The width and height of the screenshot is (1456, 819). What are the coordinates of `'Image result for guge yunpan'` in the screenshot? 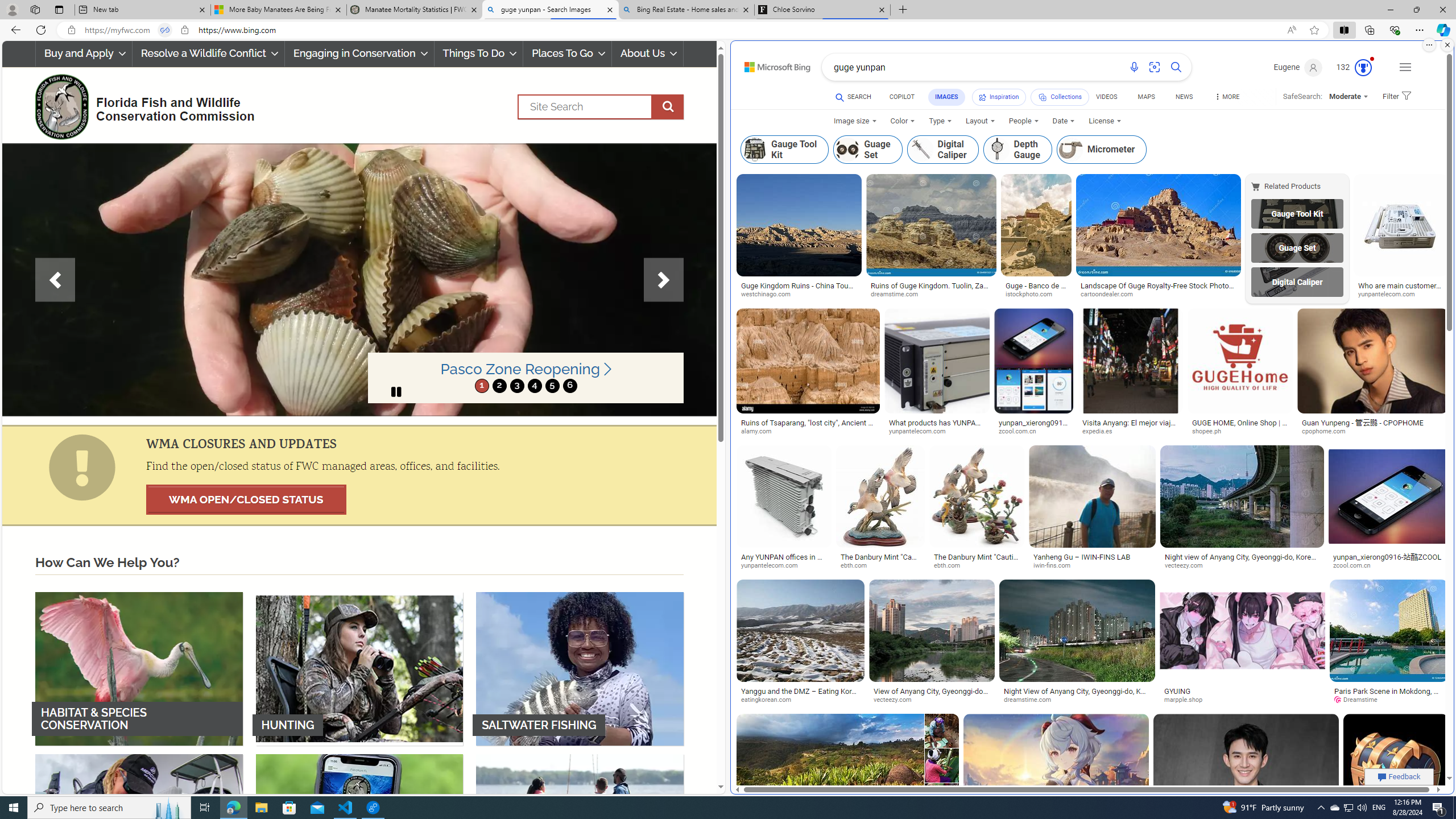 It's located at (1396, 766).